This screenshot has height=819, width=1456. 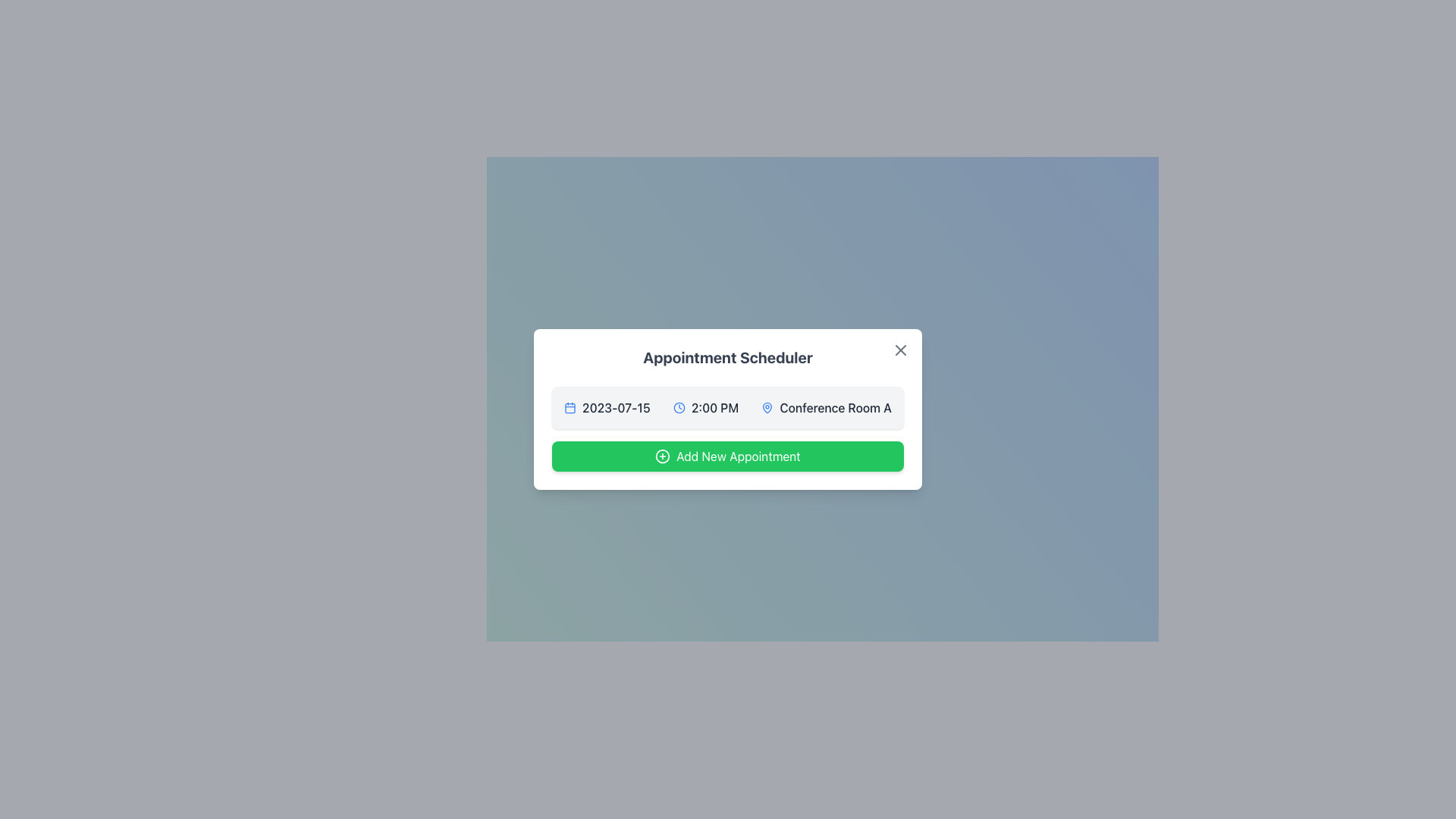 What do you see at coordinates (705, 406) in the screenshot?
I see `the Text Label with Icon that provides information about the scheduled time of an event, positioned between the date '2023-07-15' and 'Conference Room A'` at bounding box center [705, 406].